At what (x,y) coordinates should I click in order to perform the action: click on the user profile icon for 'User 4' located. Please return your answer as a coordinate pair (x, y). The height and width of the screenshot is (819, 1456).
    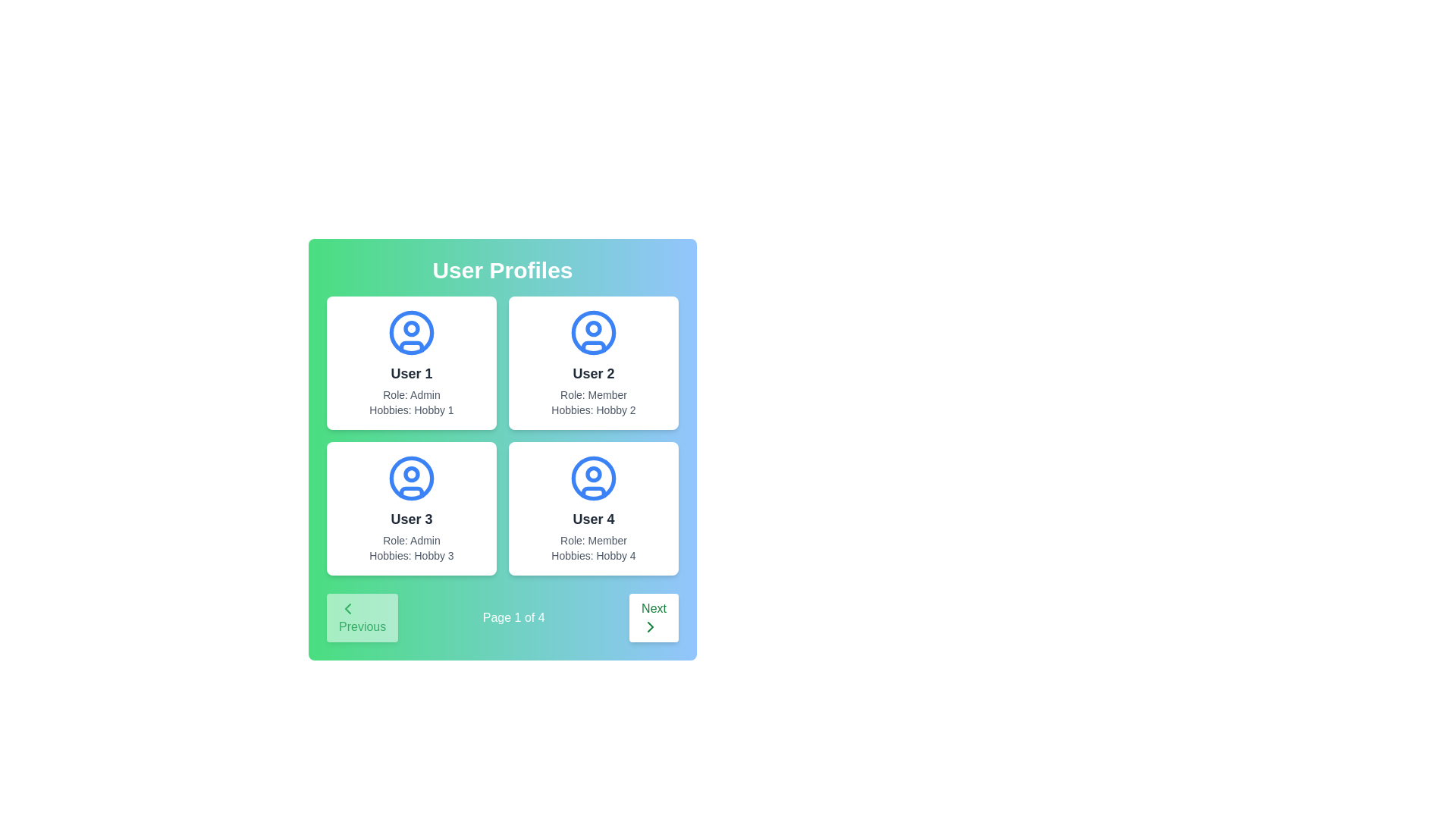
    Looking at the image, I should click on (592, 479).